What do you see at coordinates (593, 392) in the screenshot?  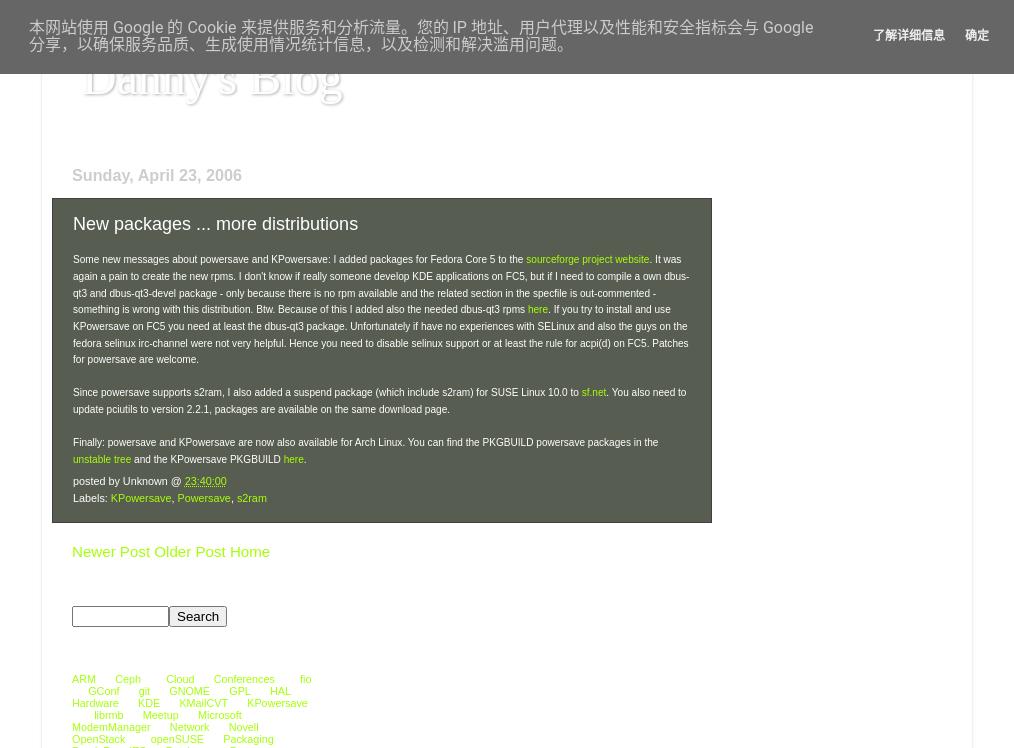 I see `'sf.net'` at bounding box center [593, 392].